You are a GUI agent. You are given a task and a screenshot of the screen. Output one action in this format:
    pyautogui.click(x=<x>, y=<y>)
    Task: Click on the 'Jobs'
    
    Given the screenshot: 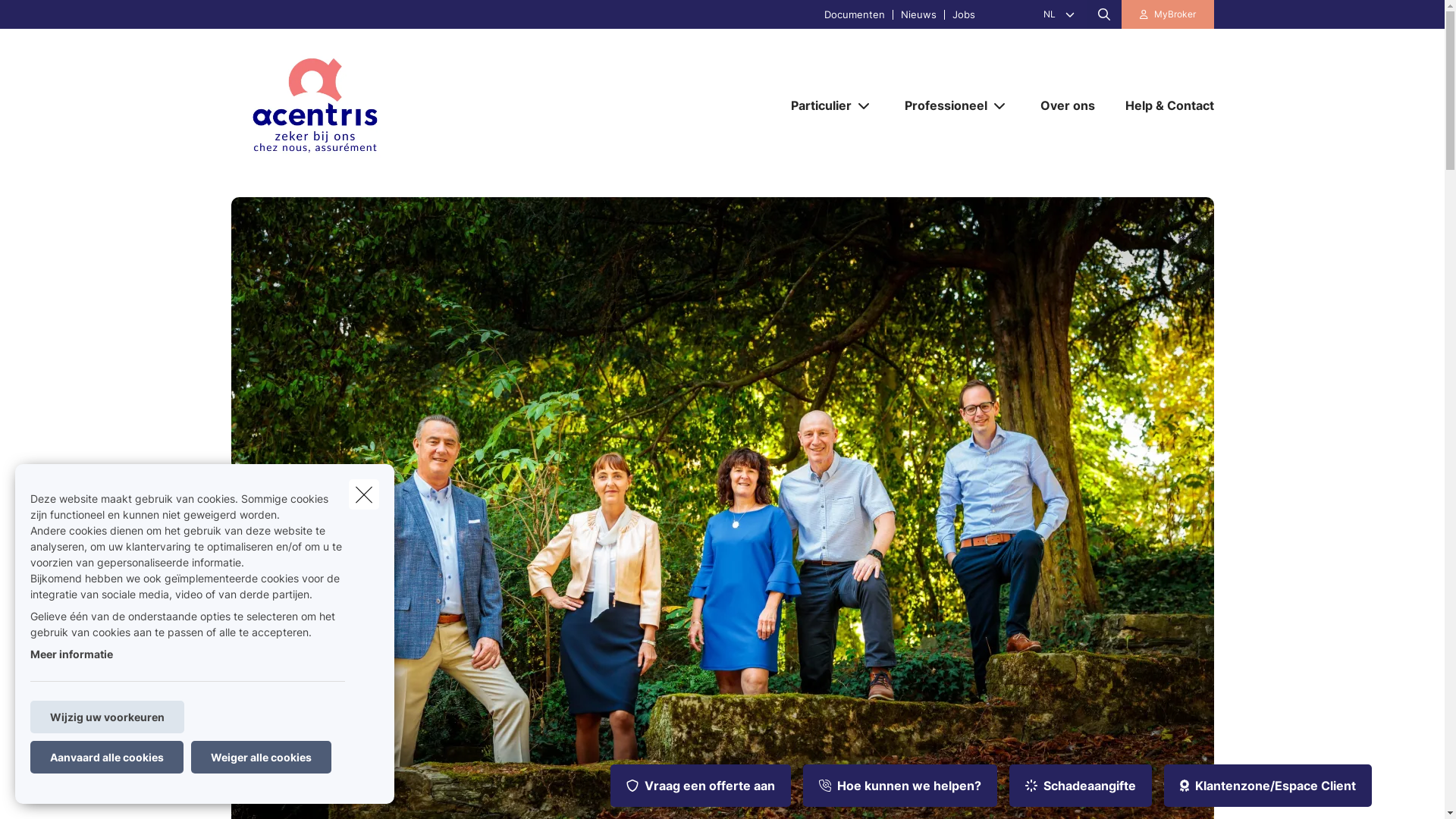 What is the action you would take?
    pyautogui.click(x=962, y=14)
    